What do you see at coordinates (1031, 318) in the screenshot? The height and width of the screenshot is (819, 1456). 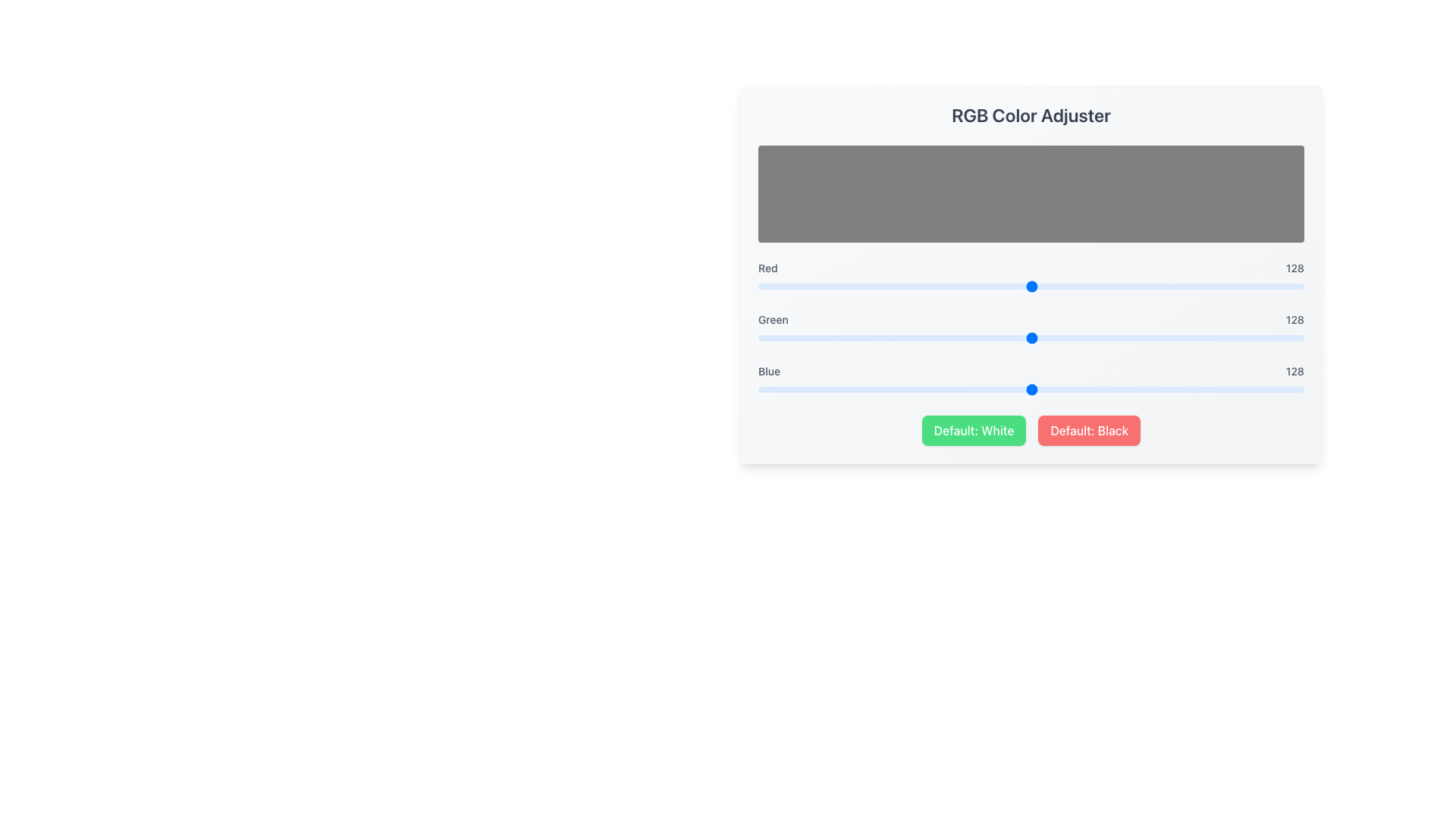 I see `the Text display element containing the texts 'Green' and '128', which is part of the color adjustment interface, positioned between the 'Red' and 'Blue' components` at bounding box center [1031, 318].